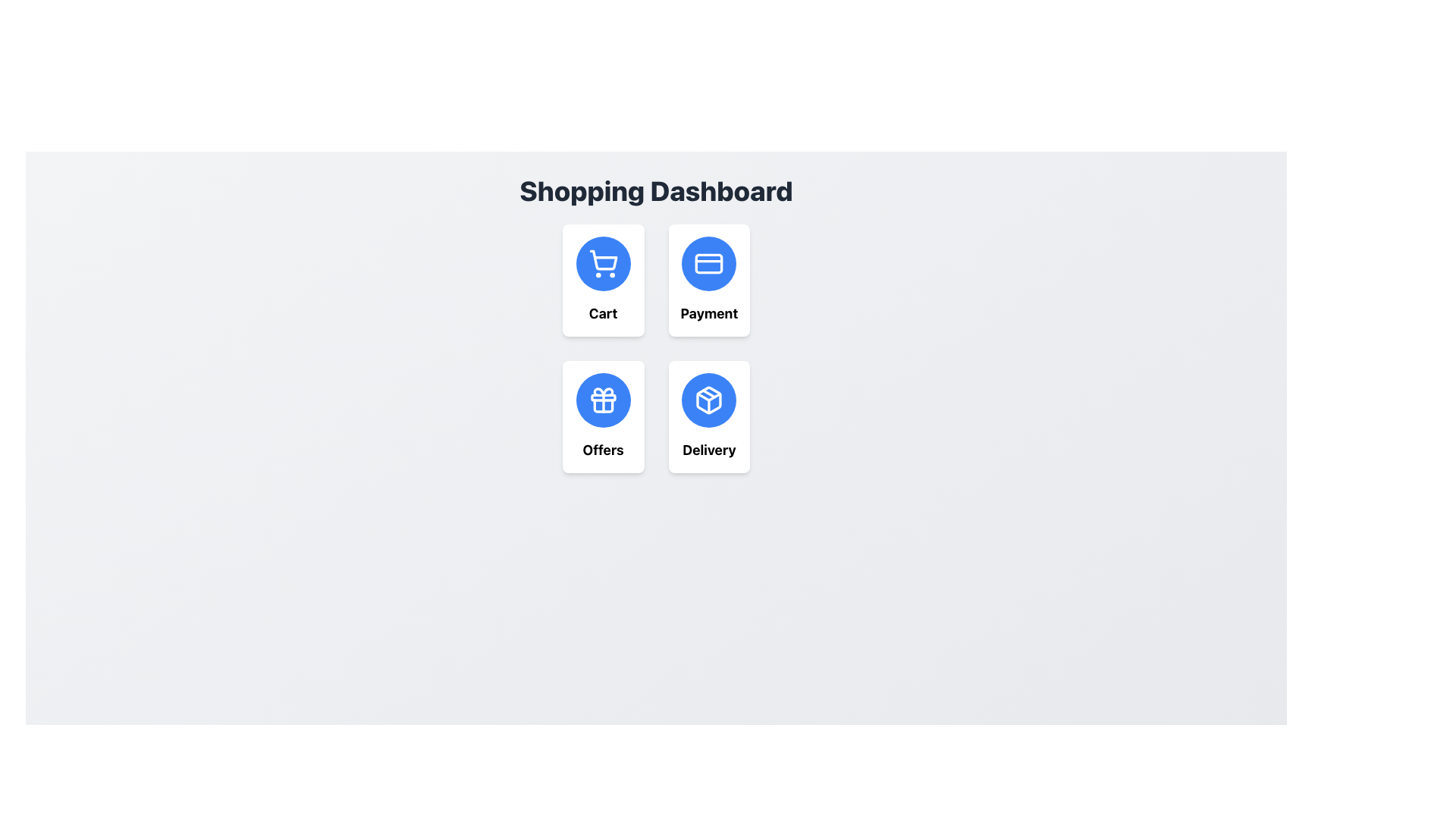 The width and height of the screenshot is (1456, 819). Describe the element at coordinates (602, 400) in the screenshot. I see `the circular blue Icon Button with a white gift box icon` at that location.